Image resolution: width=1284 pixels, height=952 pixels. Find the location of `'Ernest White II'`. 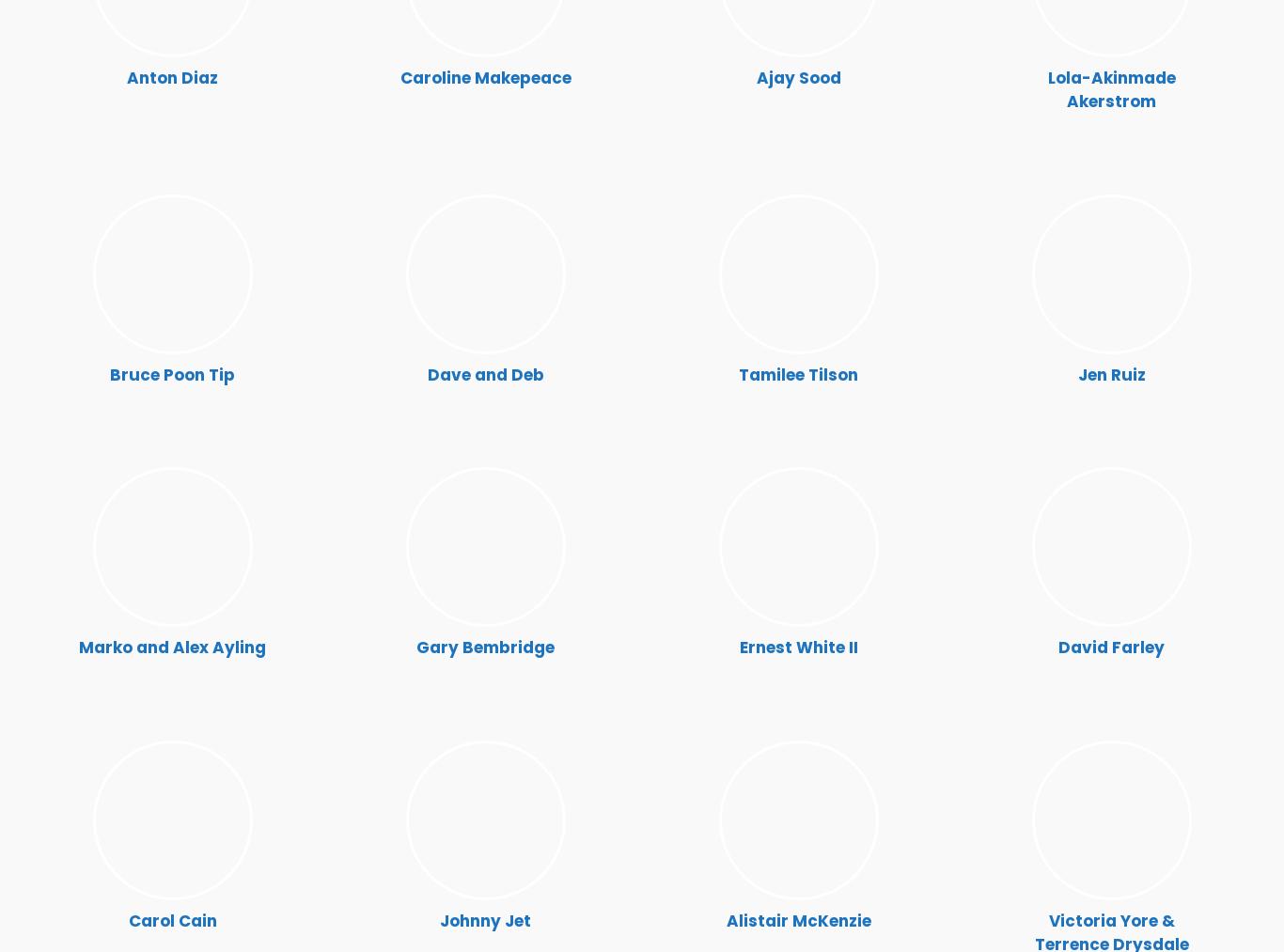

'Ernest White II' is located at coordinates (796, 647).